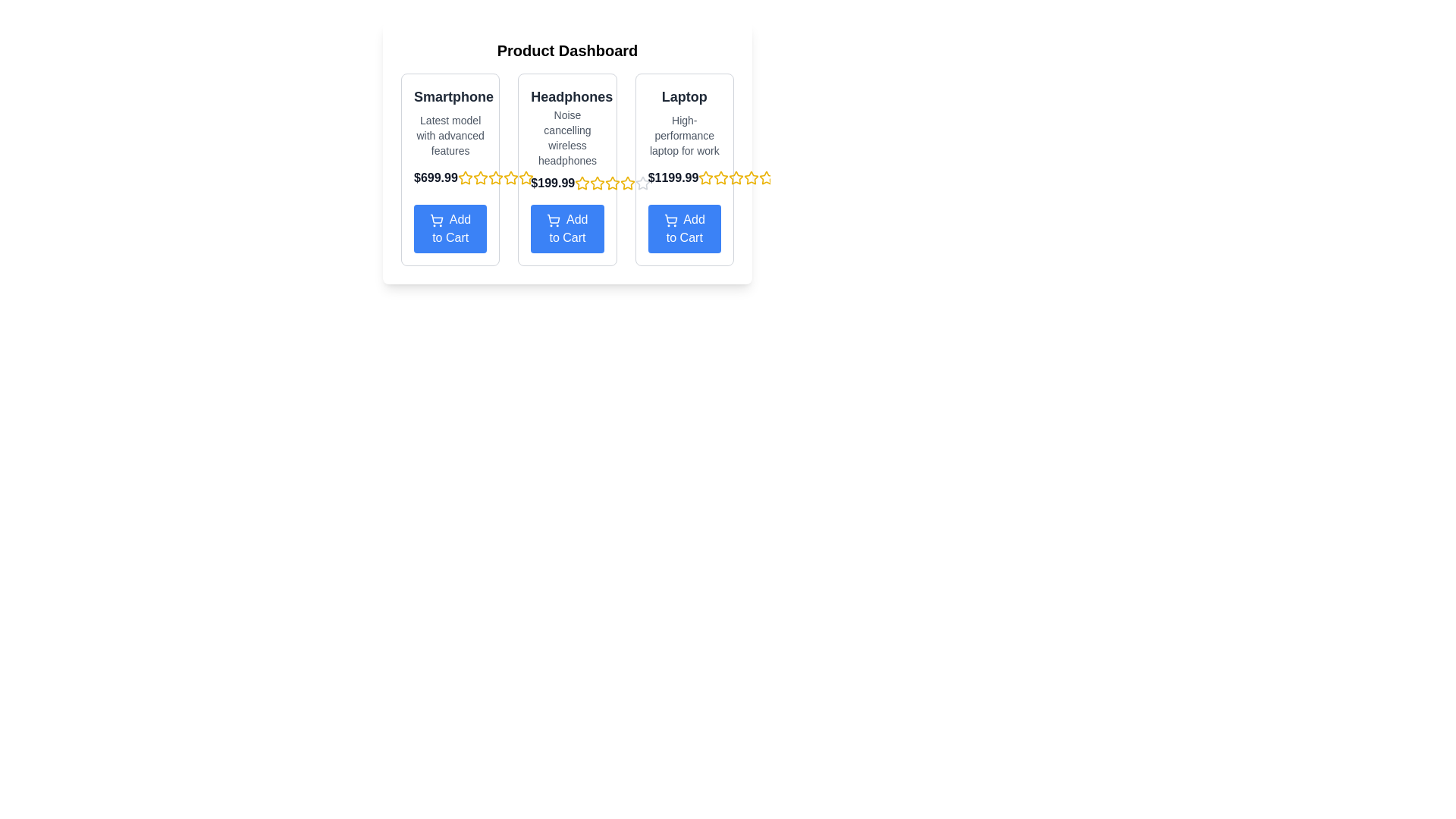  I want to click on the fourth star in the rating component for the product labeled 'Headphones', located beneath the '$199.99' price label, so click(613, 182).